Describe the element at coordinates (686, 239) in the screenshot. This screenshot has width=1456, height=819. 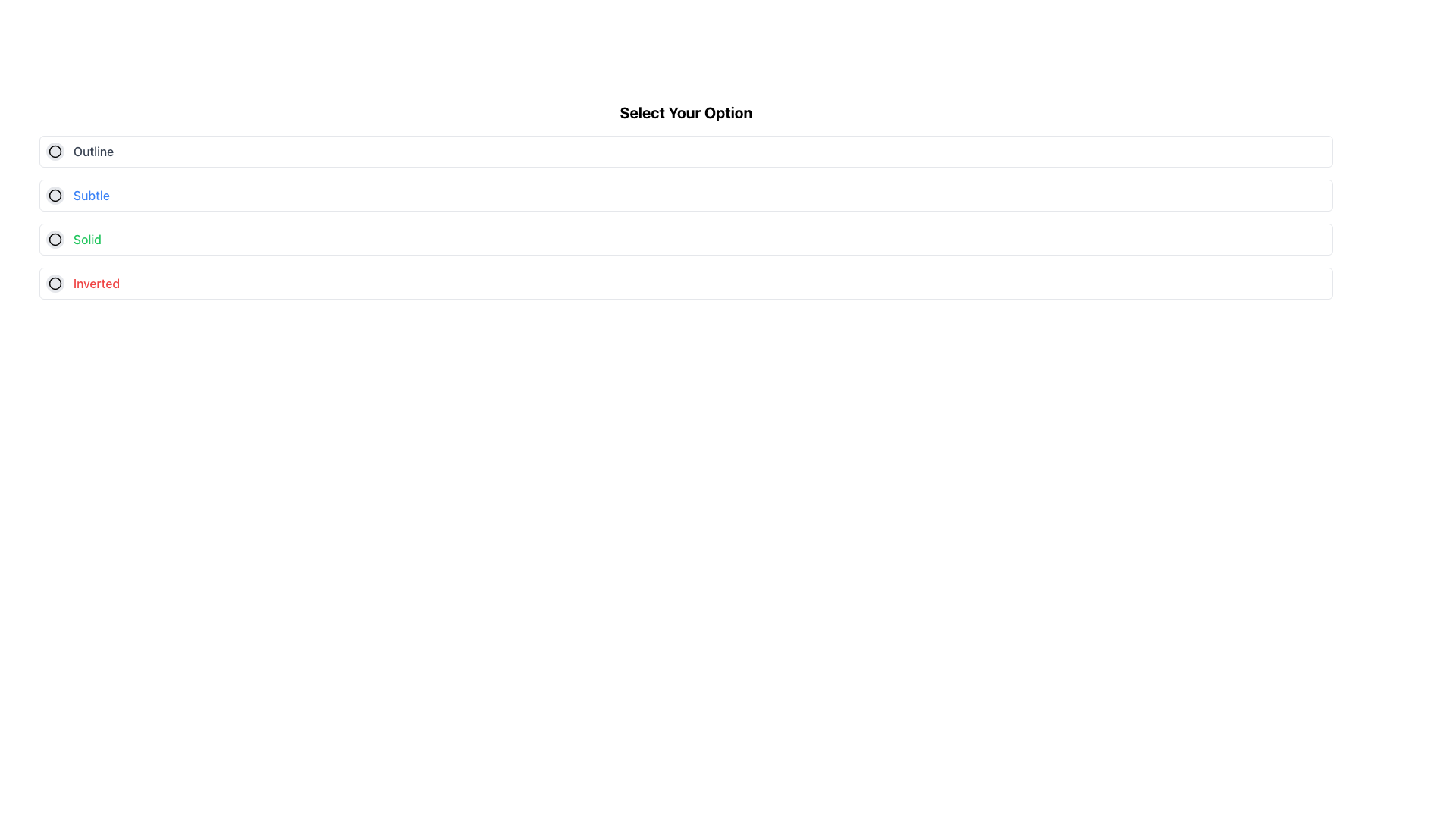
I see `the 'Solid' radio button in the option row` at that location.